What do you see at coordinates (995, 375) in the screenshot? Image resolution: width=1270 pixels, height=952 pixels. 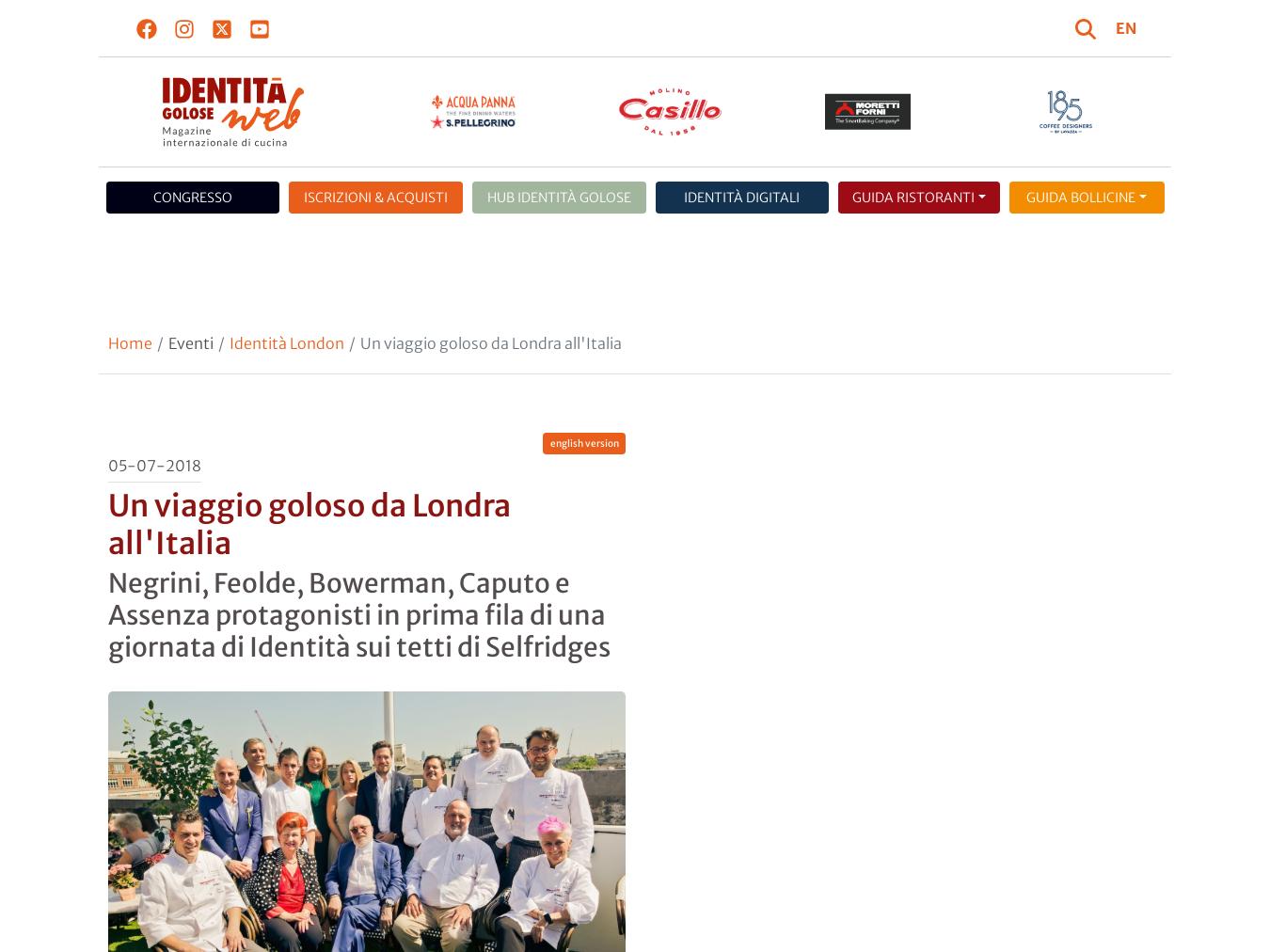 I see `'Identità Chicago'` at bounding box center [995, 375].